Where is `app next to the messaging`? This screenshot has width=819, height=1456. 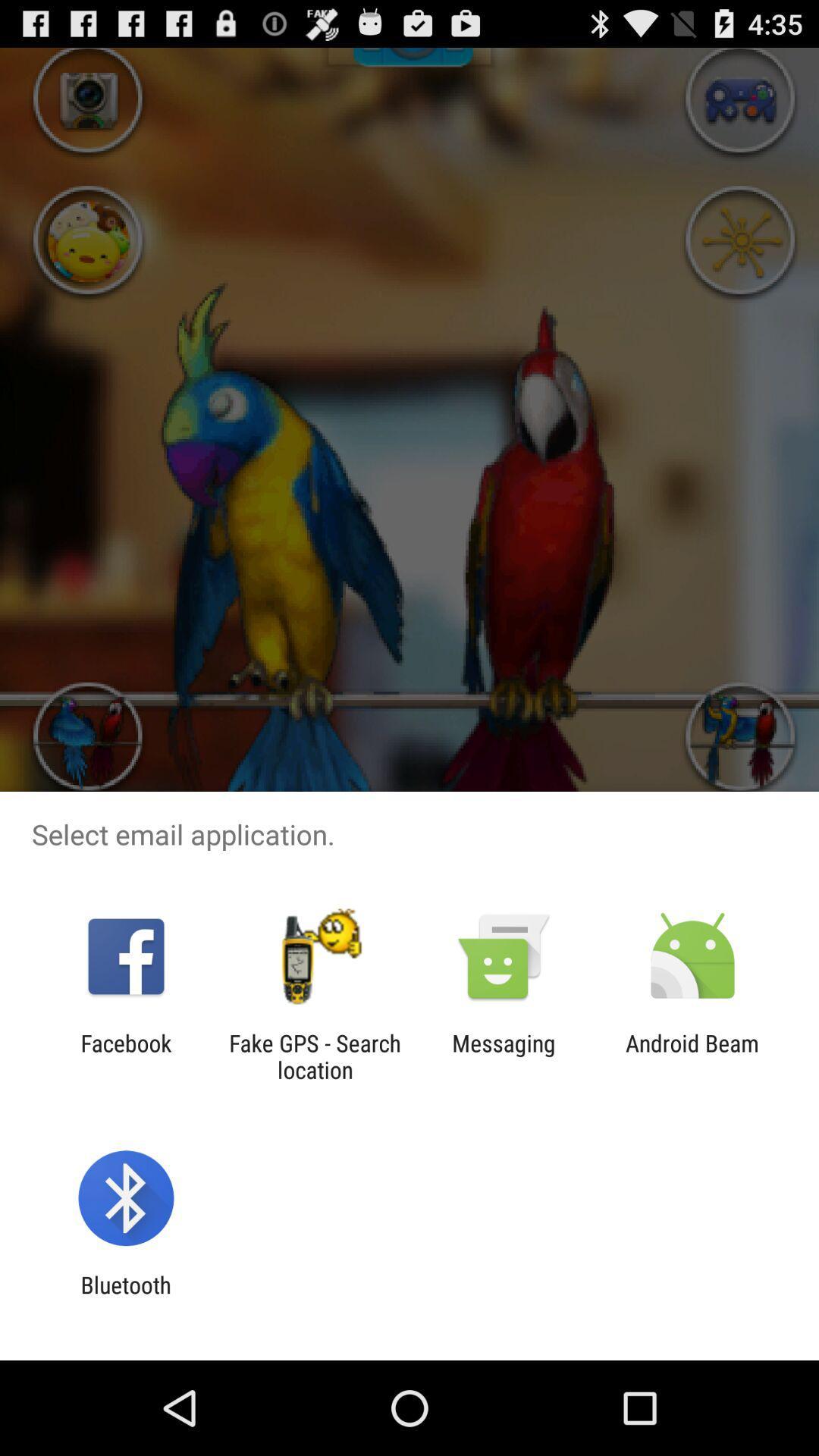 app next to the messaging is located at coordinates (314, 1056).